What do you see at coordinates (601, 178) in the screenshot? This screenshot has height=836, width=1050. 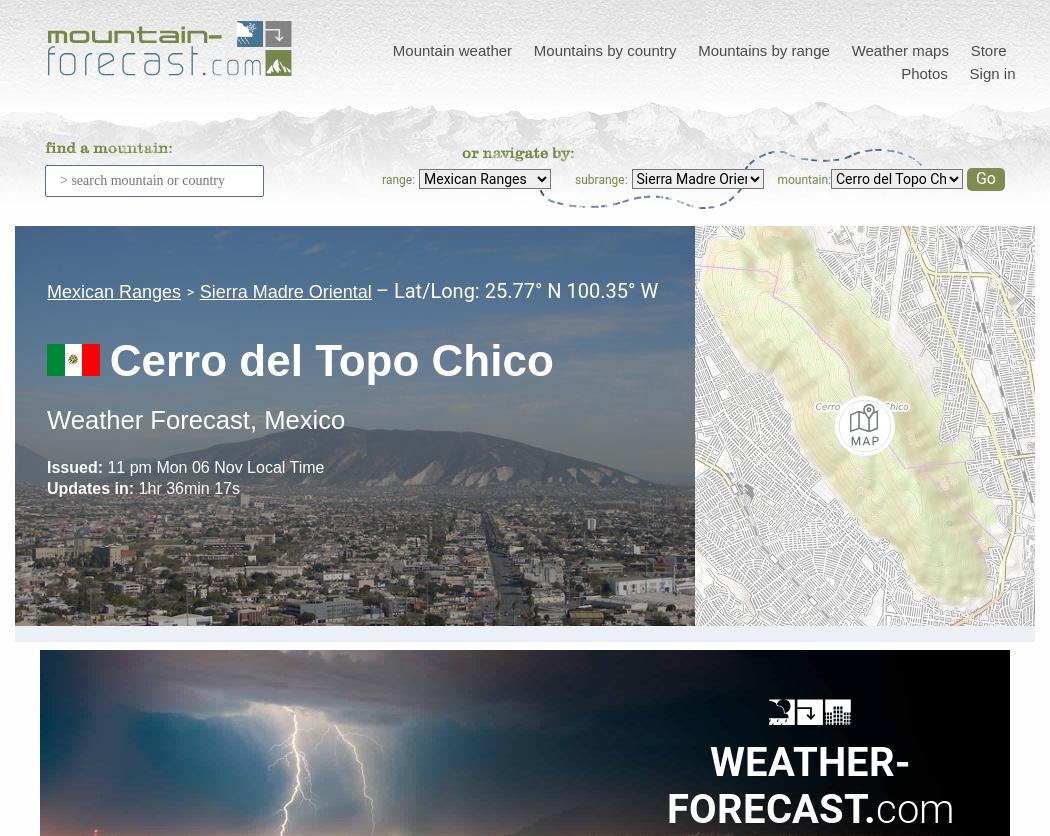 I see `'subrange:'` at bounding box center [601, 178].